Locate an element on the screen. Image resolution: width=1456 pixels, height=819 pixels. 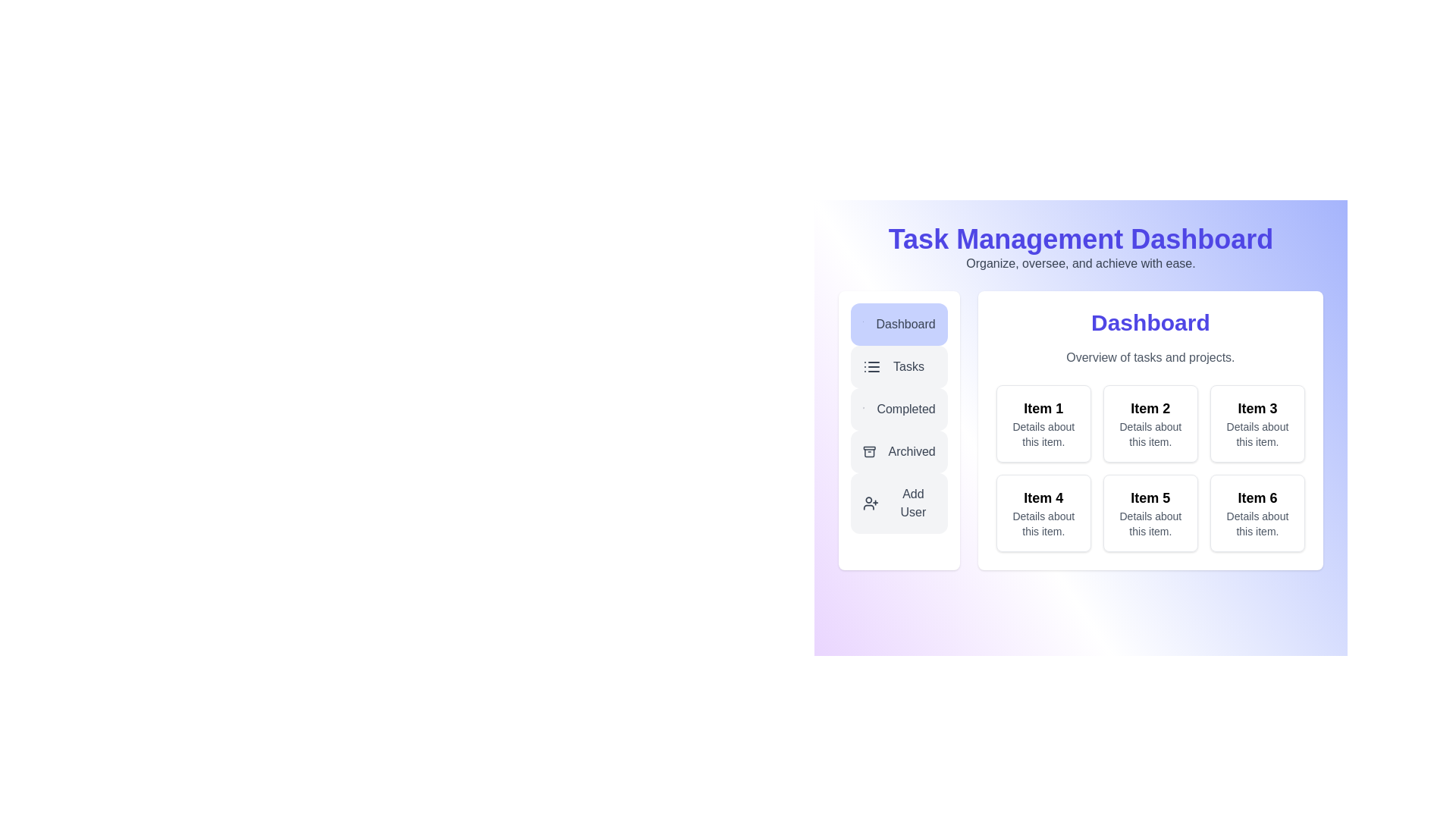
the Add User button in the sidebar menu to navigate to the corresponding section is located at coordinates (899, 503).